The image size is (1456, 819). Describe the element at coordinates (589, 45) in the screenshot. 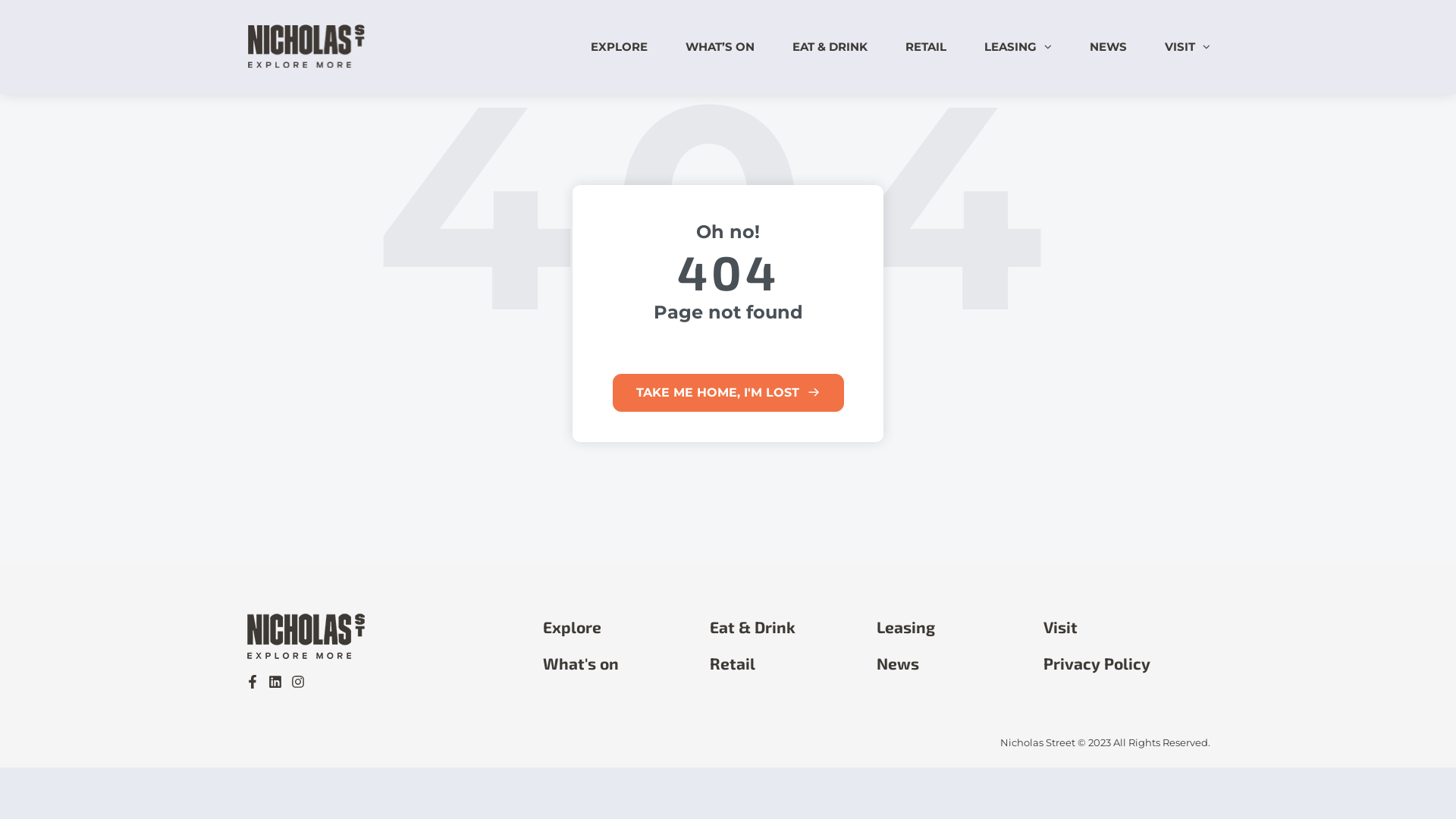

I see `'EXPLORE'` at that location.